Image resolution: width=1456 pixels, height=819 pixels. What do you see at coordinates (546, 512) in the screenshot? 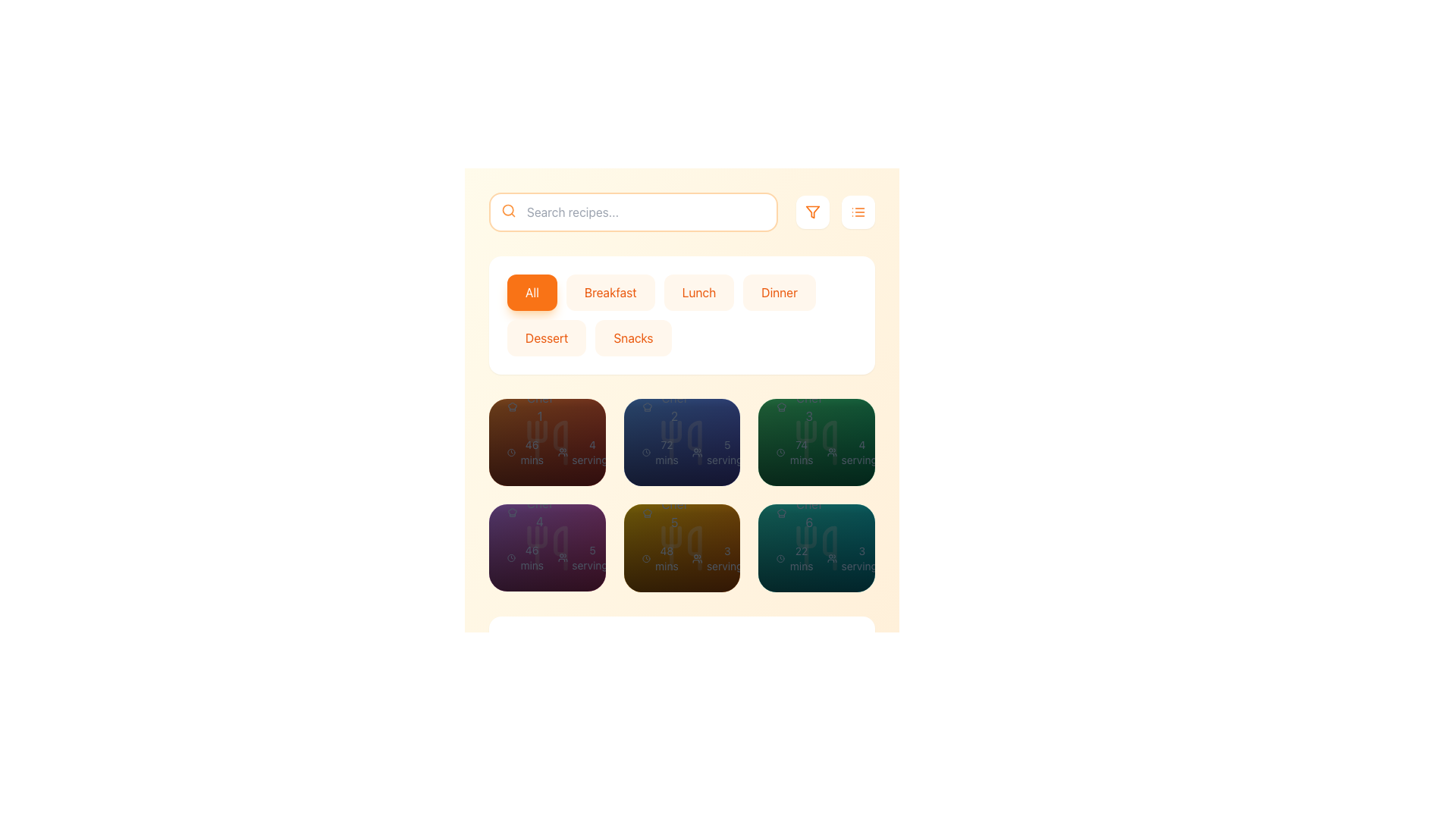
I see `the Informational panel at the bottom of the second card in the recipe browsing interface, which contains recipe details such as title, chef name, and rating` at bounding box center [546, 512].